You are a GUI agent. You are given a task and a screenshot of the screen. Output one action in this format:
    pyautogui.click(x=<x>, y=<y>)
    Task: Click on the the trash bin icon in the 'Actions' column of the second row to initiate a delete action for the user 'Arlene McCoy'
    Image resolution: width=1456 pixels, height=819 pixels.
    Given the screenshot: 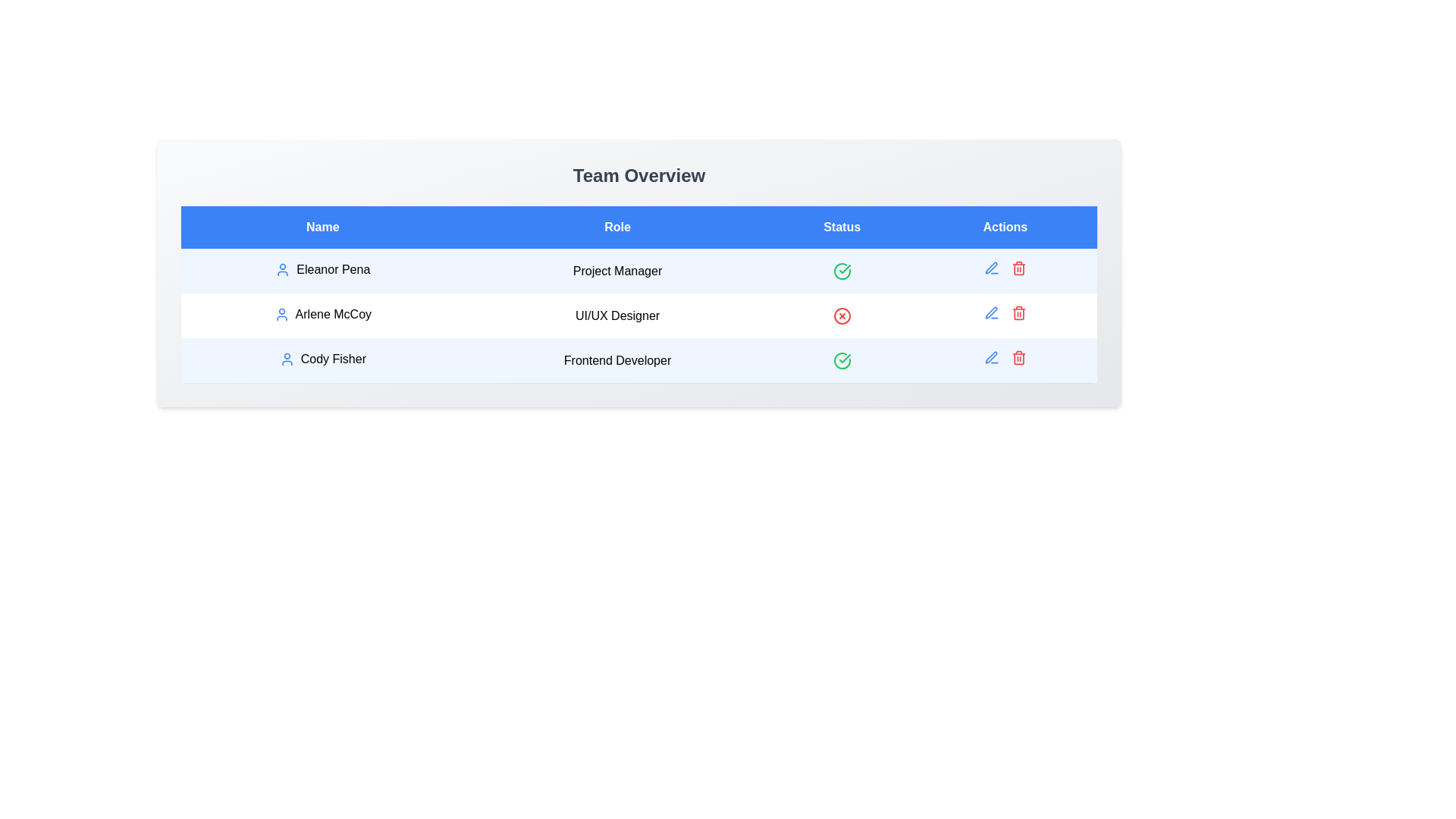 What is the action you would take?
    pyautogui.click(x=1019, y=268)
    